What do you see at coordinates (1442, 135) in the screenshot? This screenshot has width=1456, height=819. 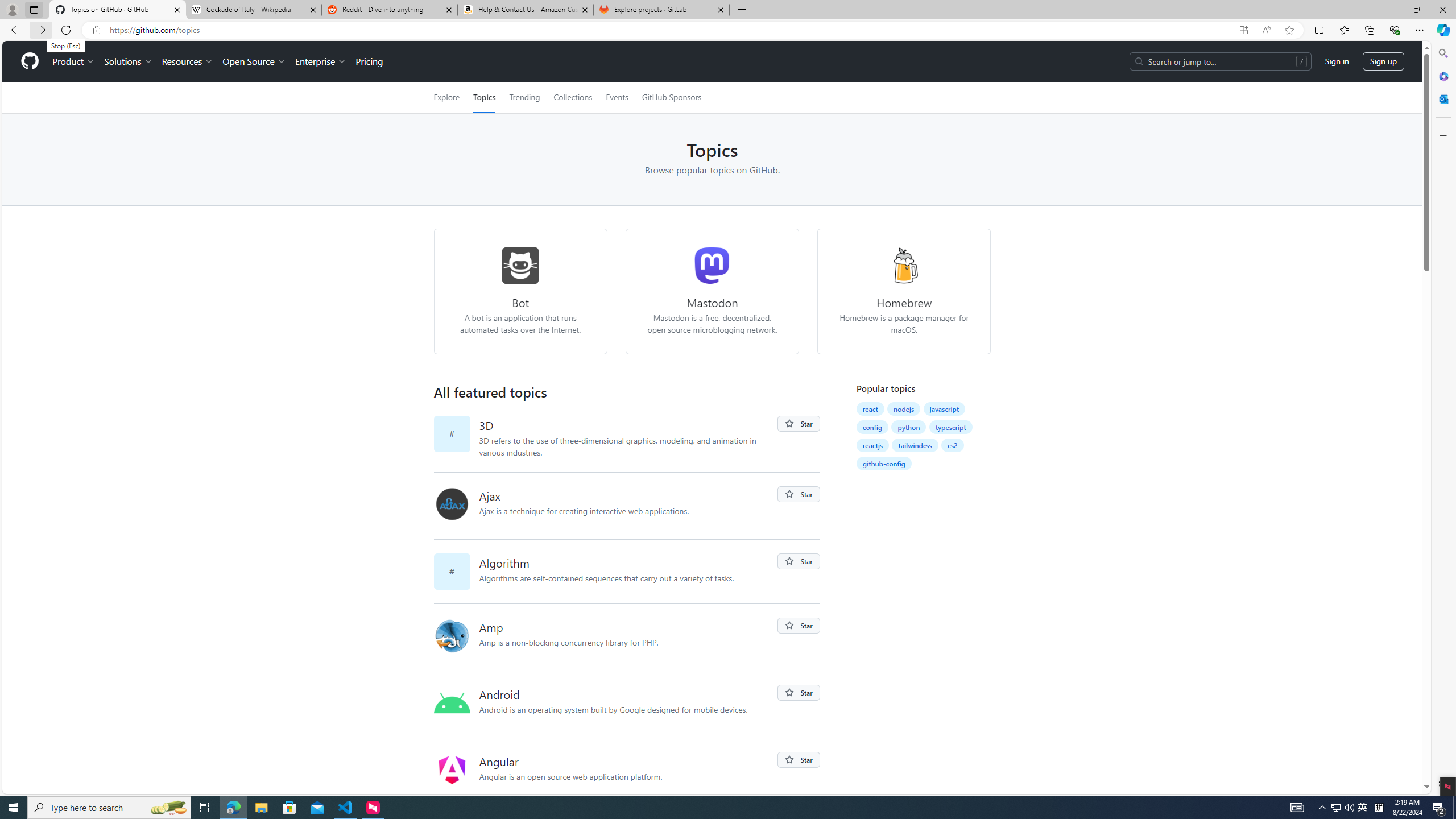 I see `'Customize'` at bounding box center [1442, 135].